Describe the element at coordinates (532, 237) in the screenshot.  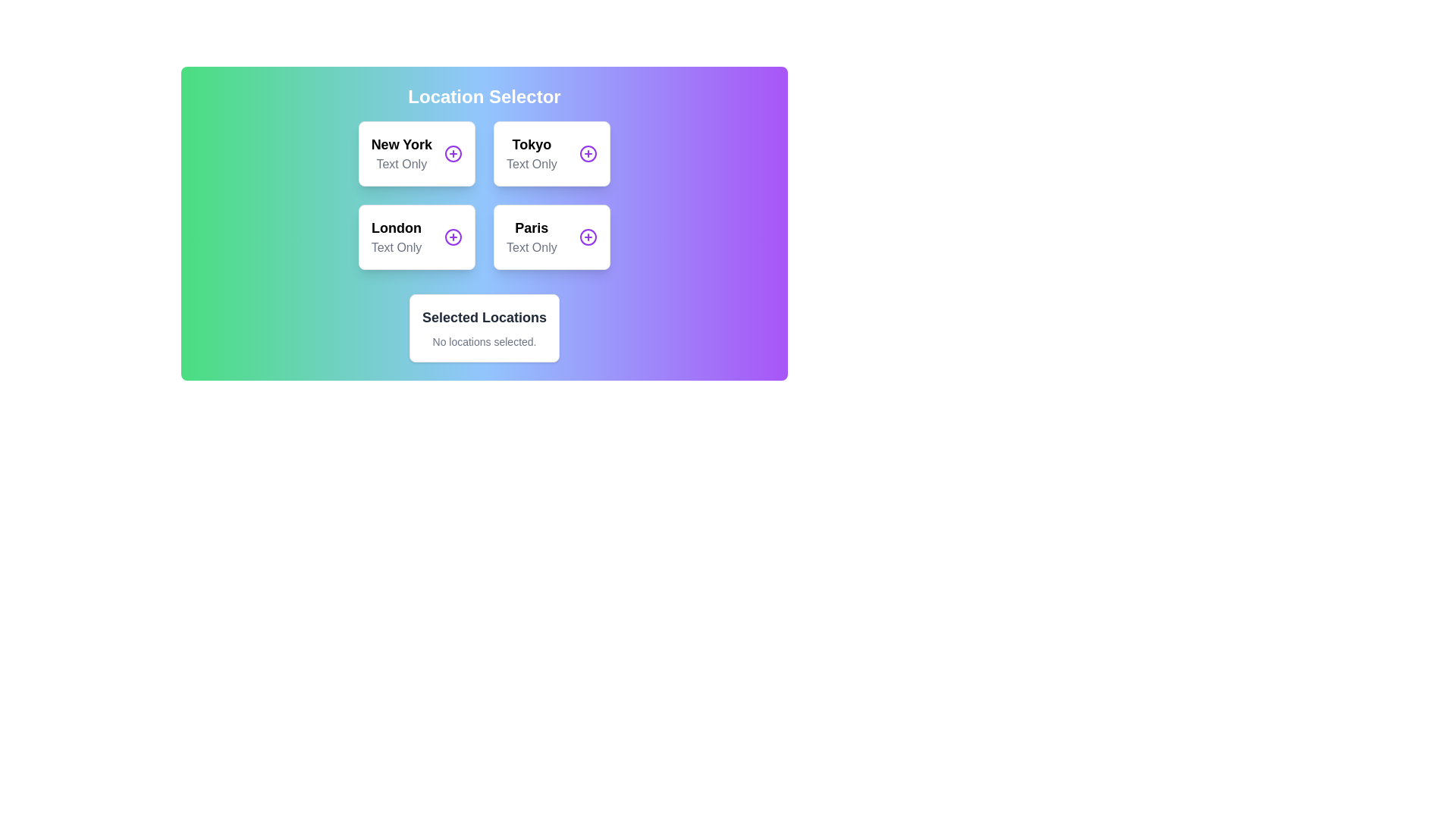
I see `the Text label composite displaying 'Paris' and 'Text Only', which is the second element in the second row of the grid layout` at that location.